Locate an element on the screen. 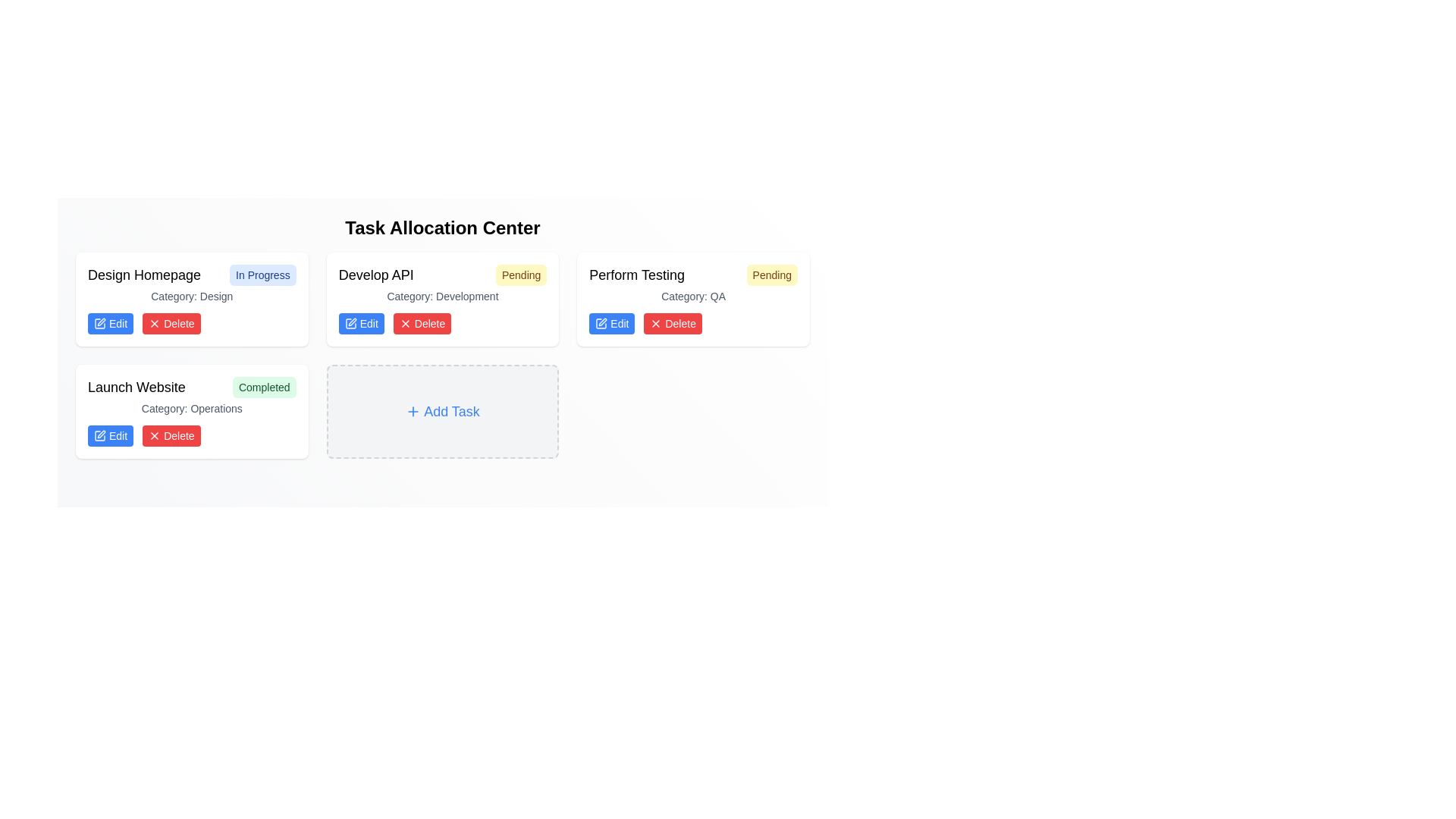 The image size is (1456, 819). the delete icon embedded within the SVG of the 'Delete' button in the 'Launch Website' task card to potentially reveal a tooltip is located at coordinates (155, 323).